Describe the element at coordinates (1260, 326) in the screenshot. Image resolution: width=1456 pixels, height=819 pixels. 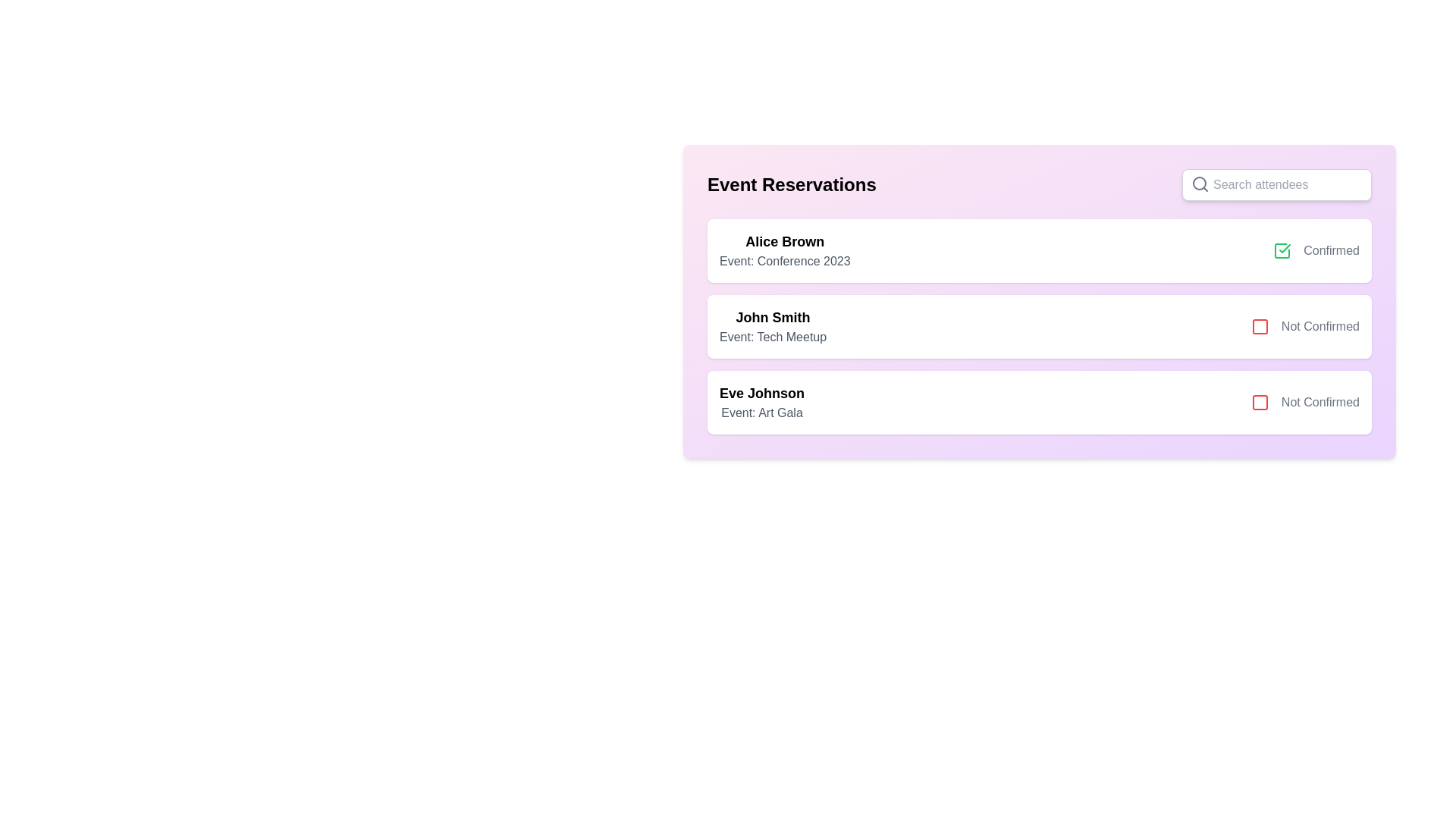
I see `red square icon with rounded corners located to the left of the 'Not Confirmed' text in the second row of the list under 'Event Reservations' for detailed information` at that location.